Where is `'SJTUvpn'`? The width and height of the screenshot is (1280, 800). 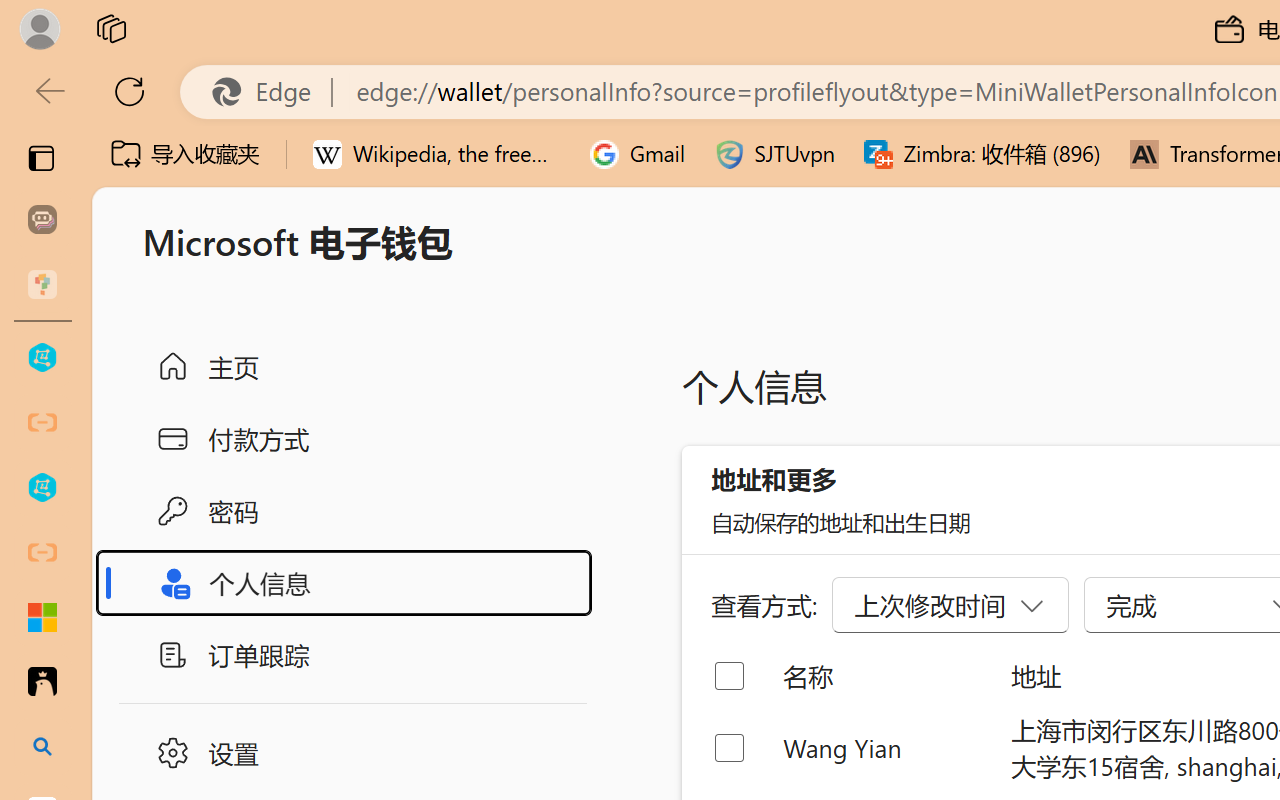 'SJTUvpn' is located at coordinates (773, 154).